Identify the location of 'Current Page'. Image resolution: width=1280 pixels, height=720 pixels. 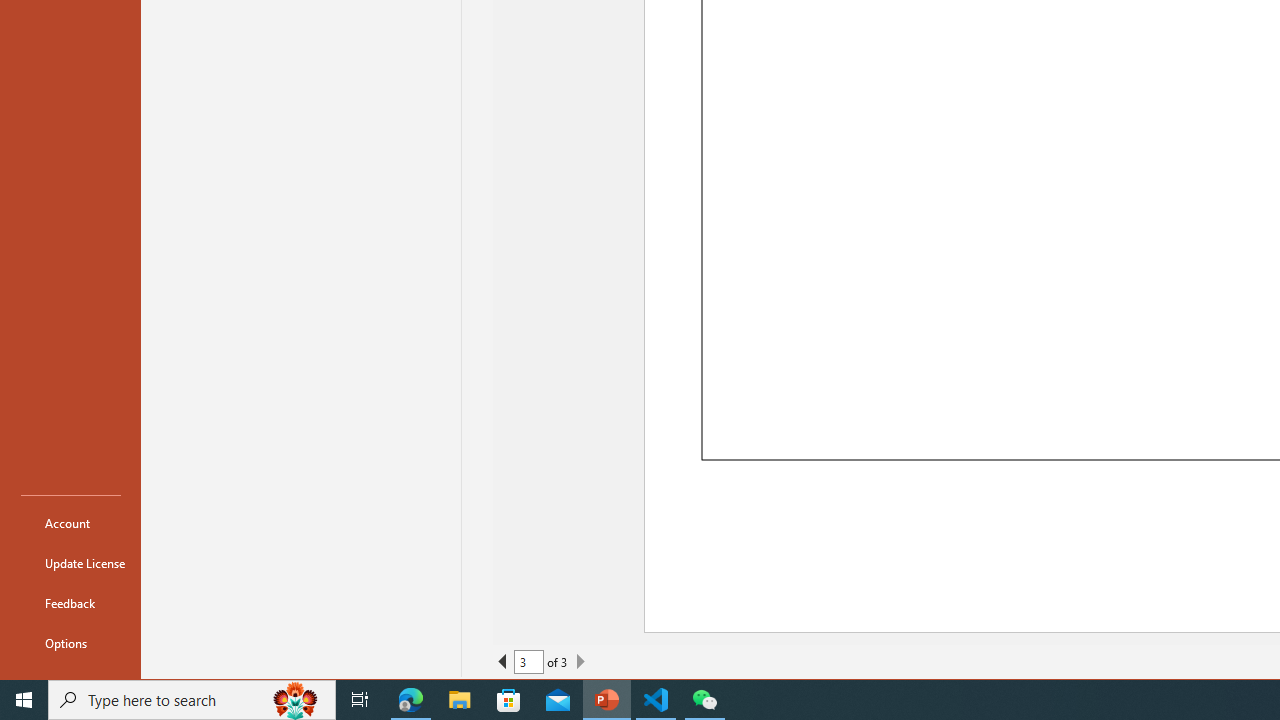
(528, 662).